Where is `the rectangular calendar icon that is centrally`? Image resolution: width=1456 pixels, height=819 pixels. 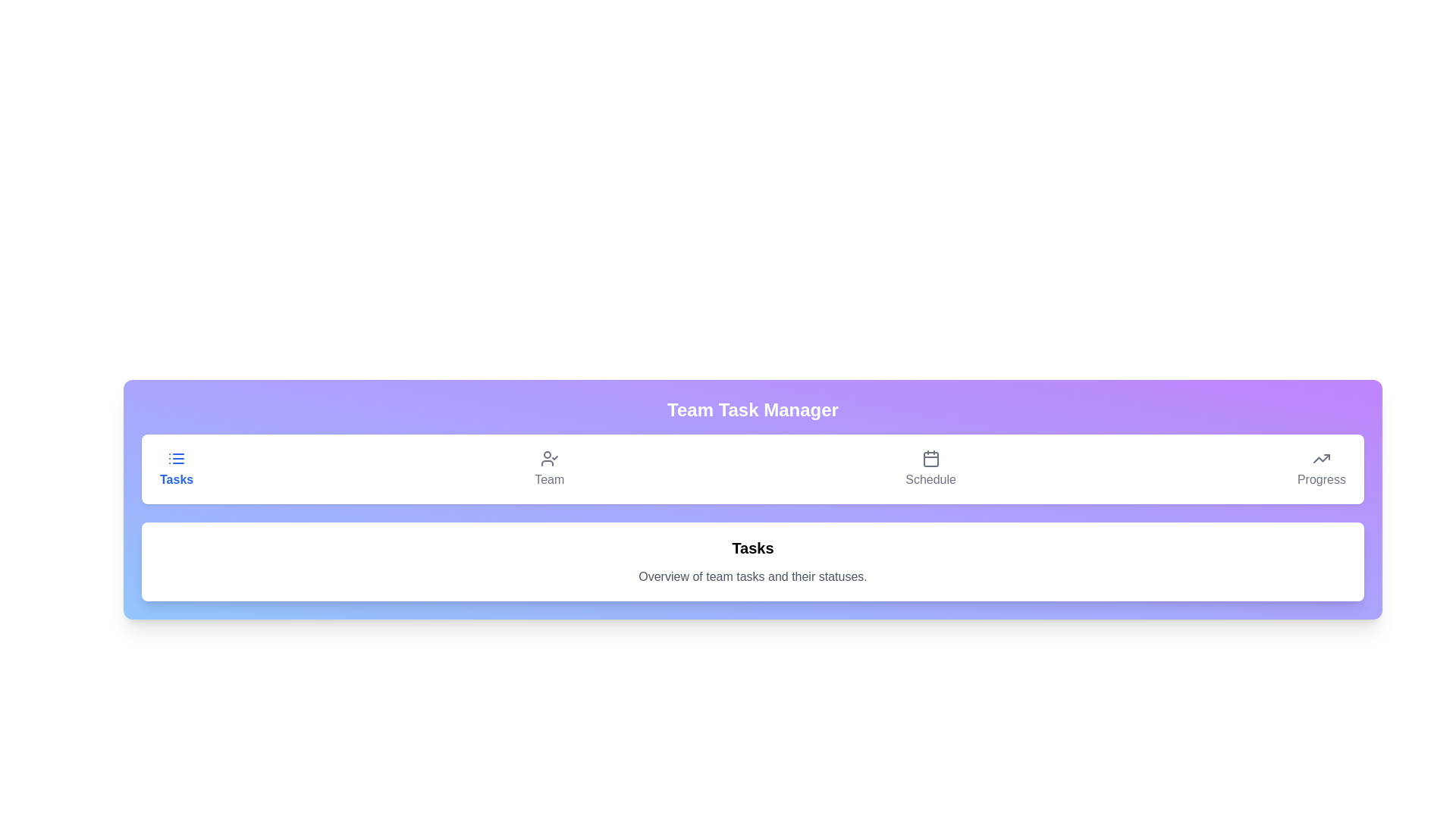 the rectangular calendar icon that is centrally is located at coordinates (930, 458).